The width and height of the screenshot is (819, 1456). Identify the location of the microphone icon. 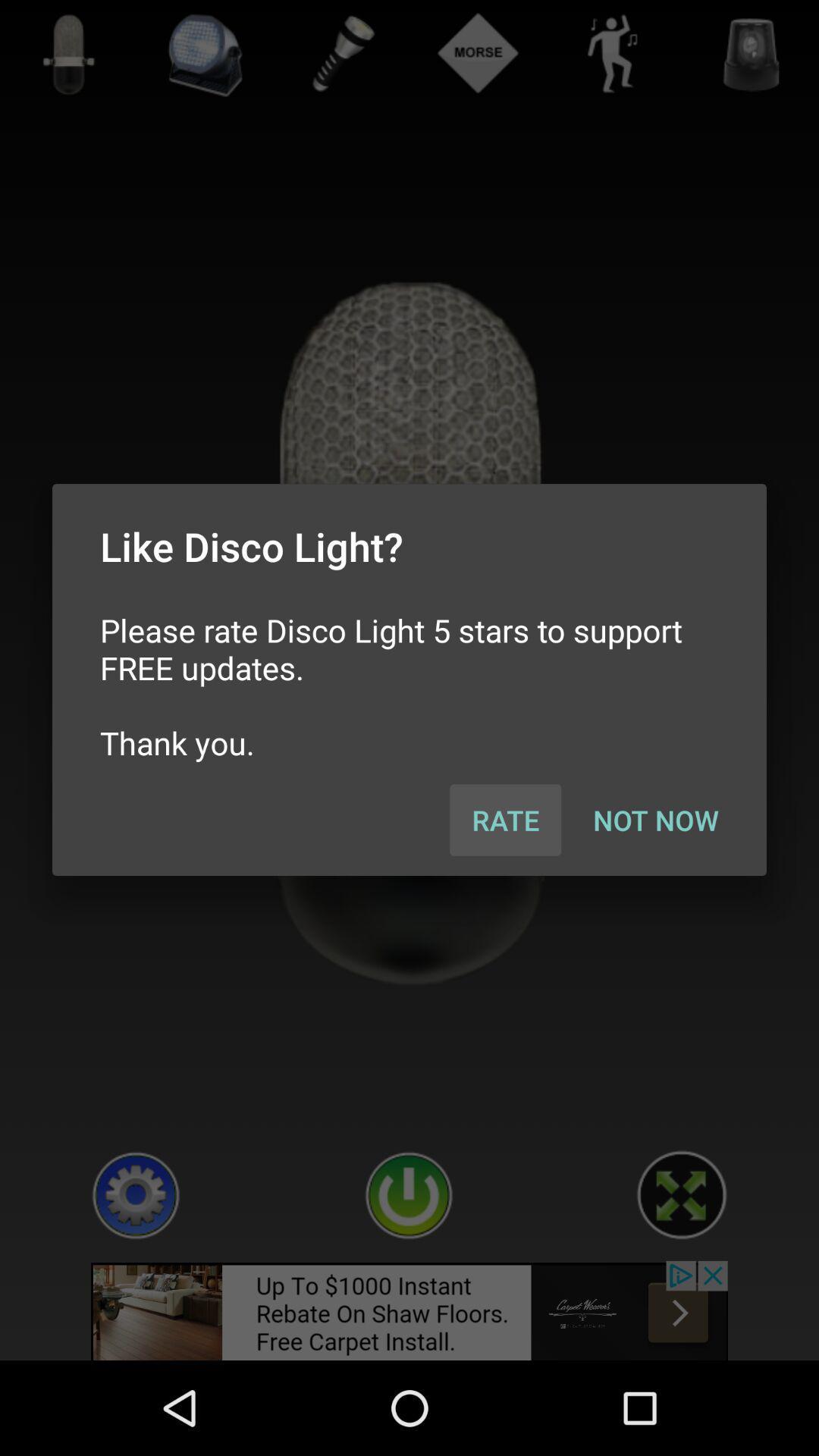
(67, 54).